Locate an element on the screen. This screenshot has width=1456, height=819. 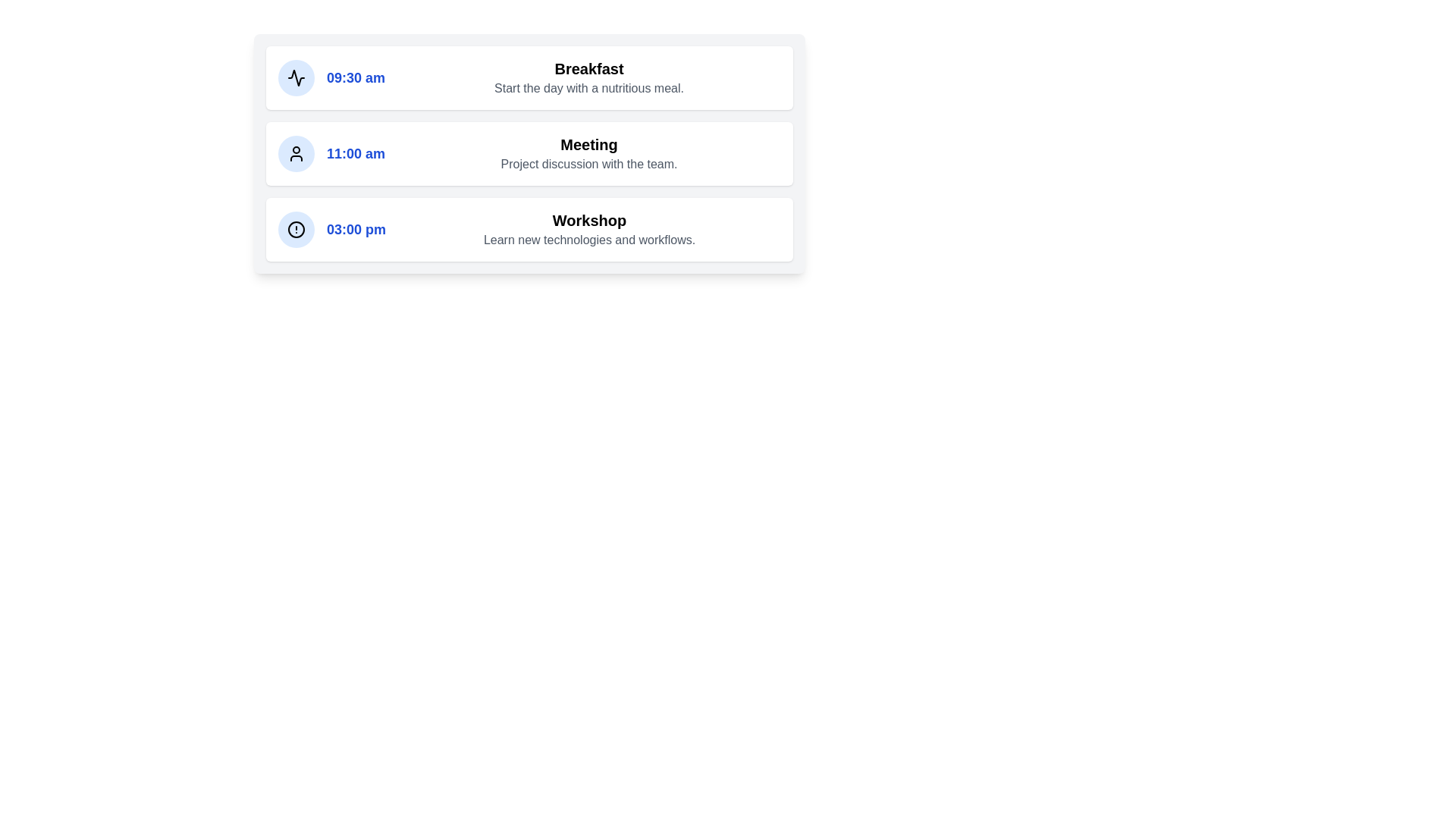
the text block containing the bold heading 'Workshop' and the description 'Learn new technologies and workflows.' This block is located in the third card of a vertical stack, below the time display '03:00 pm' and next to a blue icon is located at coordinates (588, 230).